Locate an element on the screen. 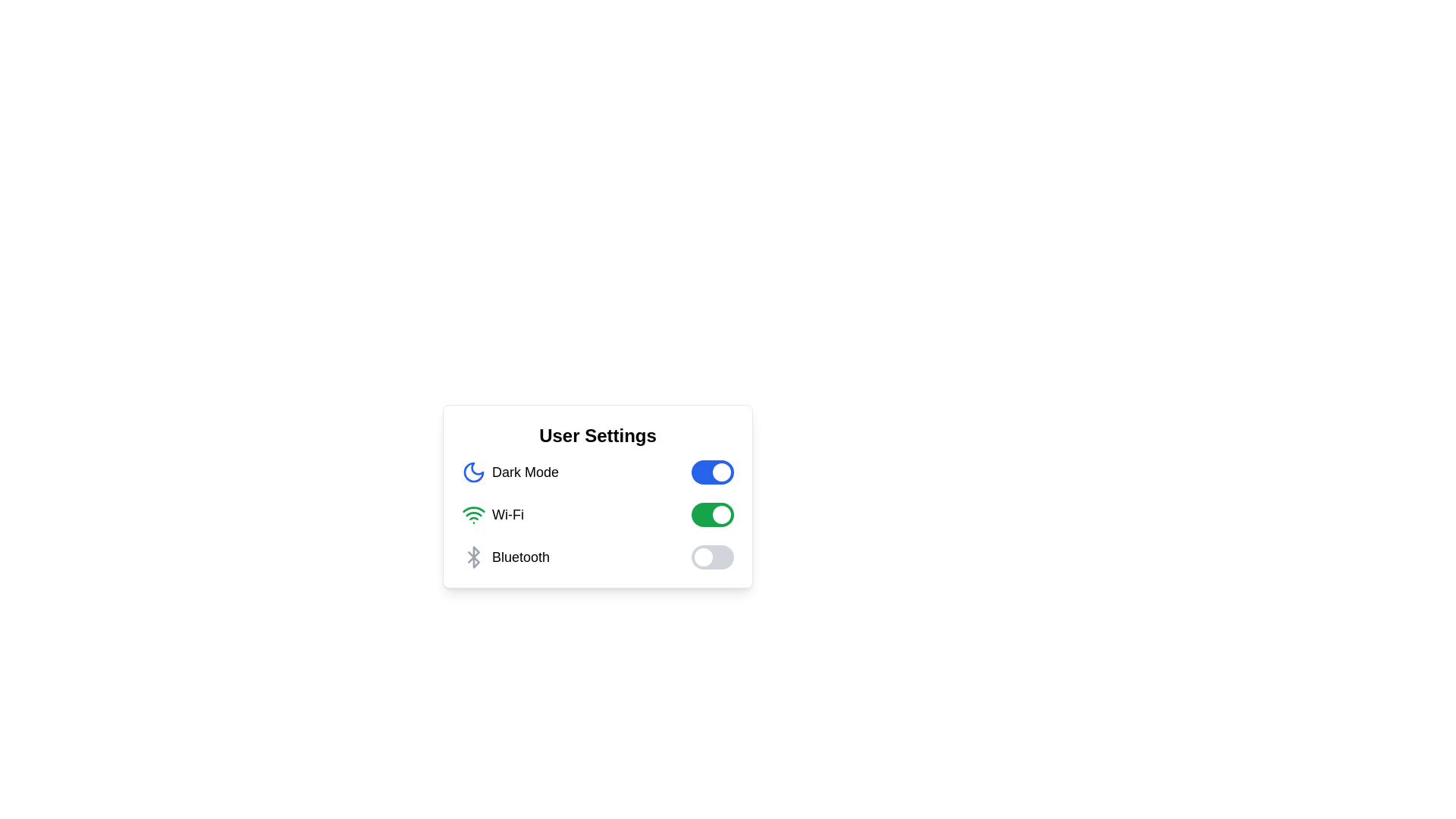 The image size is (1456, 819). the Wi-Fi setting text label for reading is located at coordinates (492, 513).